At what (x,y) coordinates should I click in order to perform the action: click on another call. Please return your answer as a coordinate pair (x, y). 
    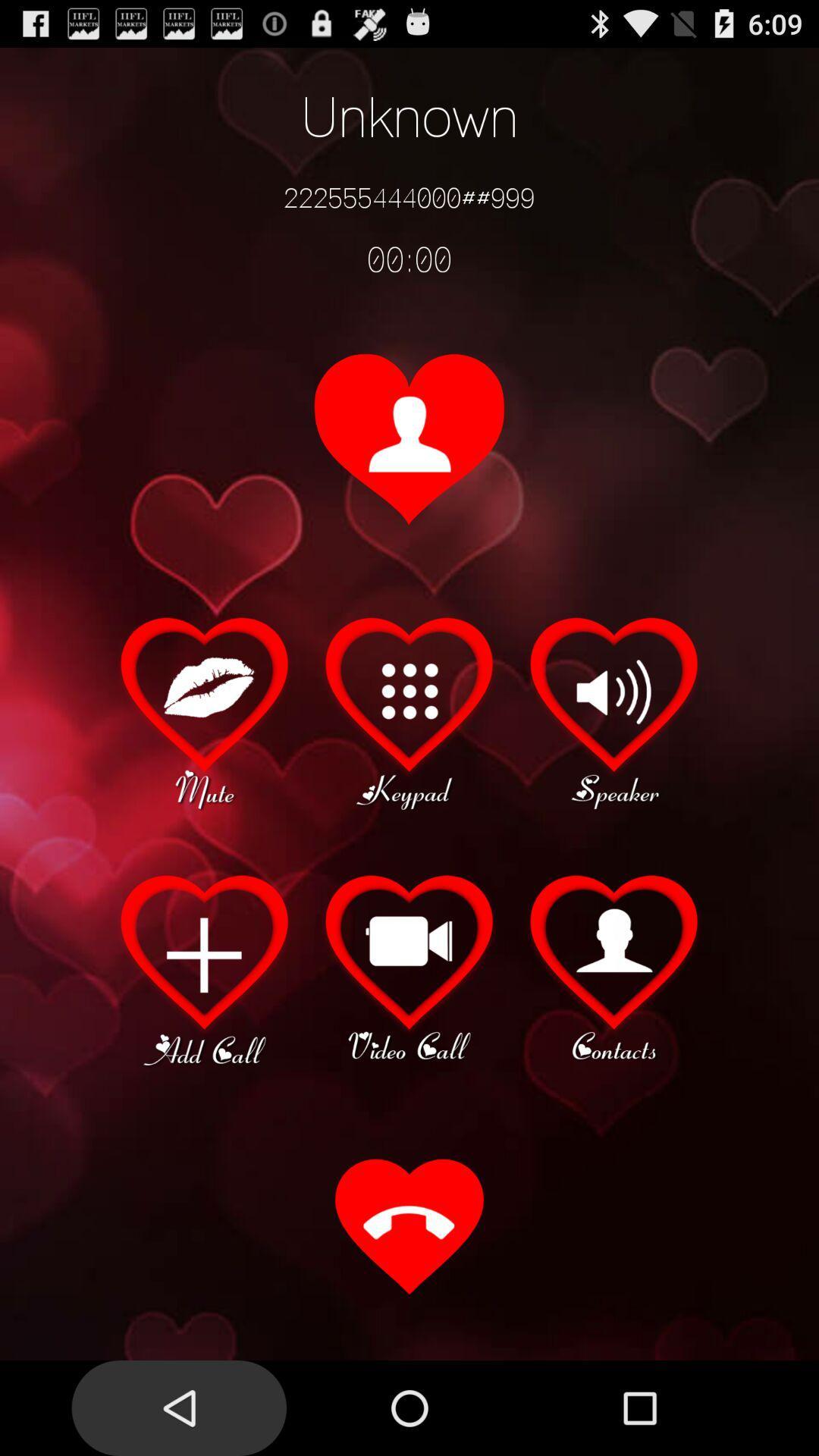
    Looking at the image, I should click on (205, 968).